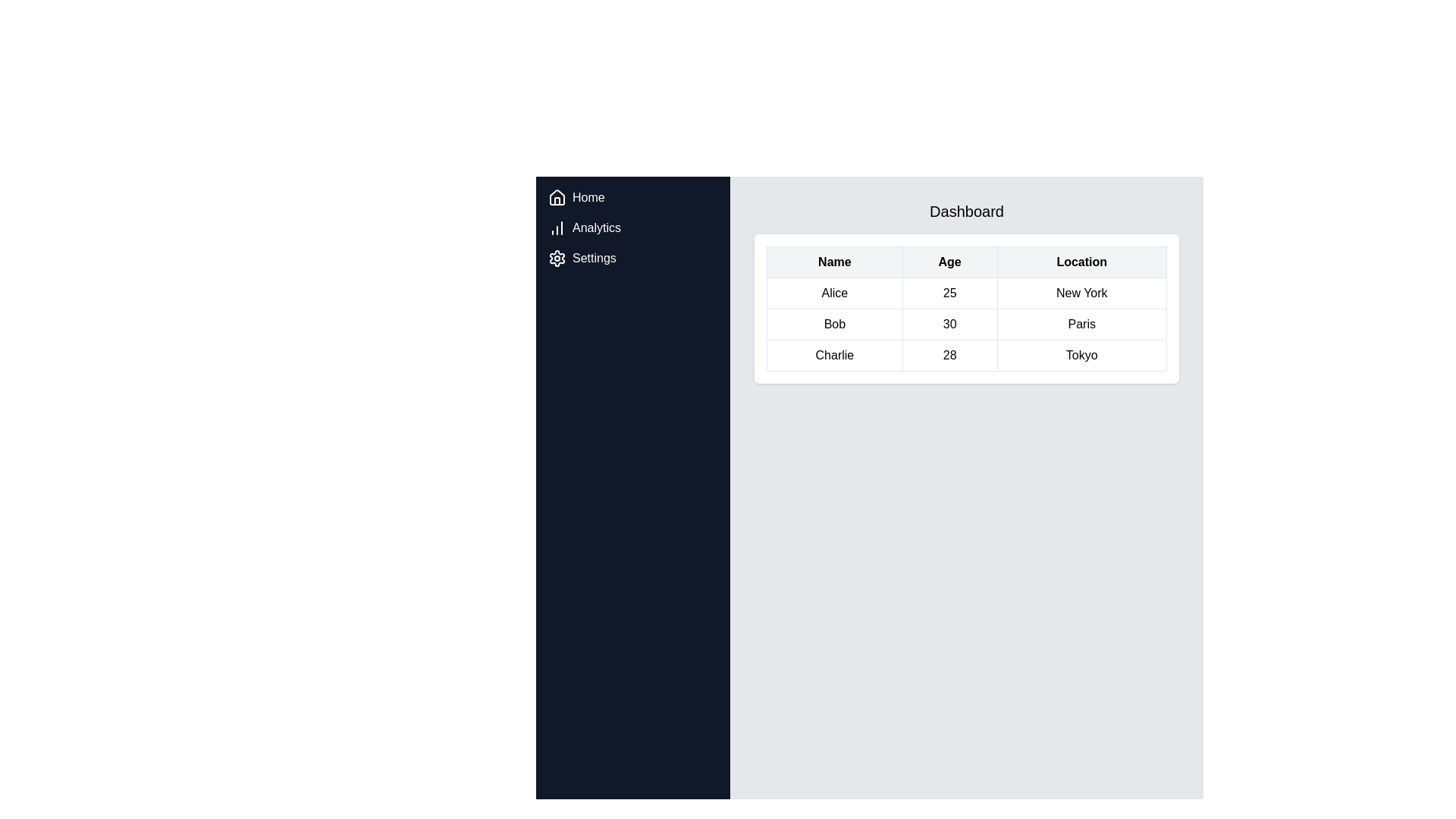 The image size is (1456, 819). I want to click on the non-interactive text display element showing the name 'Bob' in the 'Name' column of the table located in the second row and first column, so click(833, 324).